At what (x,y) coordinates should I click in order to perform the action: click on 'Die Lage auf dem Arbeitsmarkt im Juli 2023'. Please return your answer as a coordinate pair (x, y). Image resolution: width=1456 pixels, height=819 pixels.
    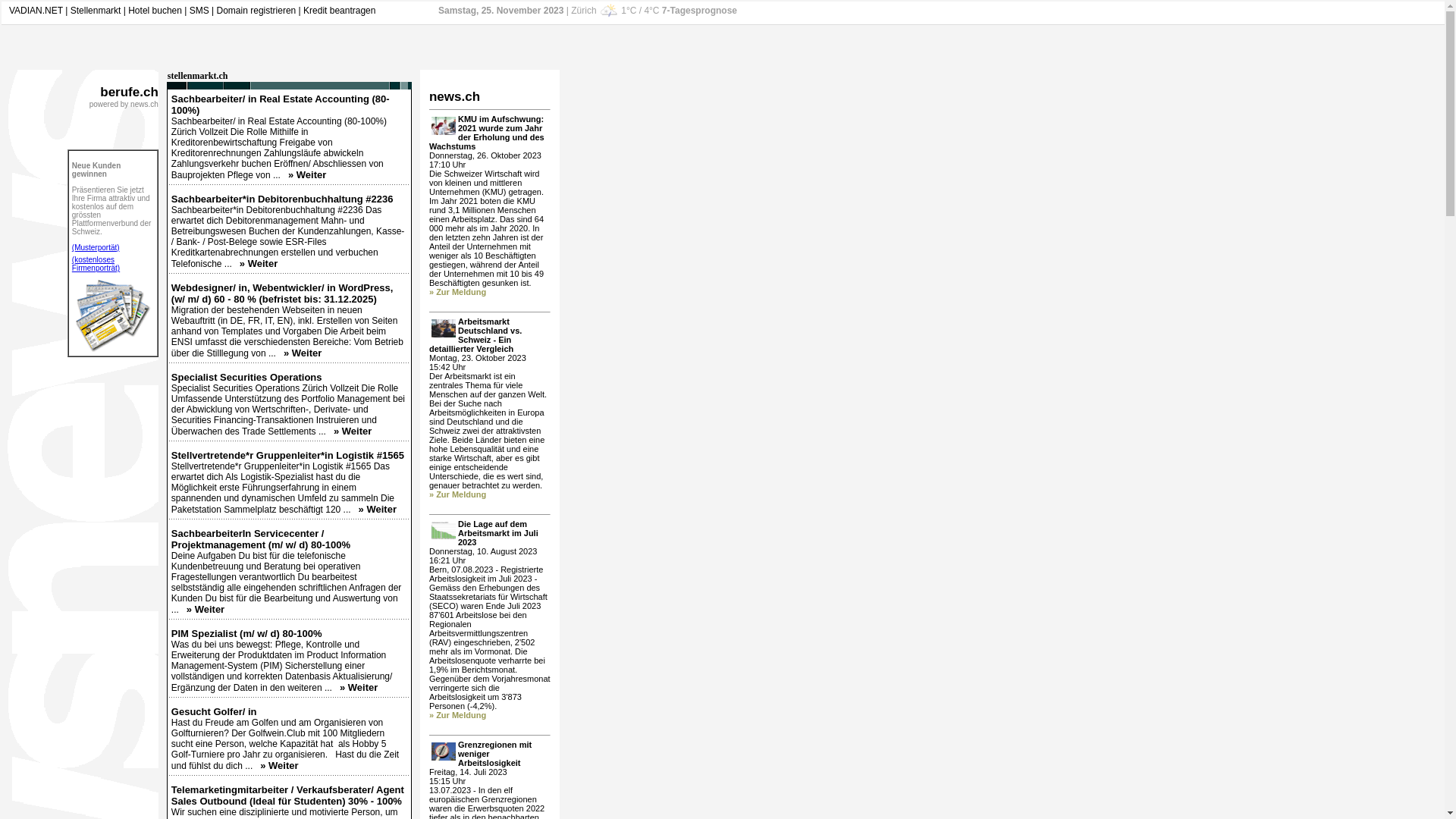
    Looking at the image, I should click on (457, 532).